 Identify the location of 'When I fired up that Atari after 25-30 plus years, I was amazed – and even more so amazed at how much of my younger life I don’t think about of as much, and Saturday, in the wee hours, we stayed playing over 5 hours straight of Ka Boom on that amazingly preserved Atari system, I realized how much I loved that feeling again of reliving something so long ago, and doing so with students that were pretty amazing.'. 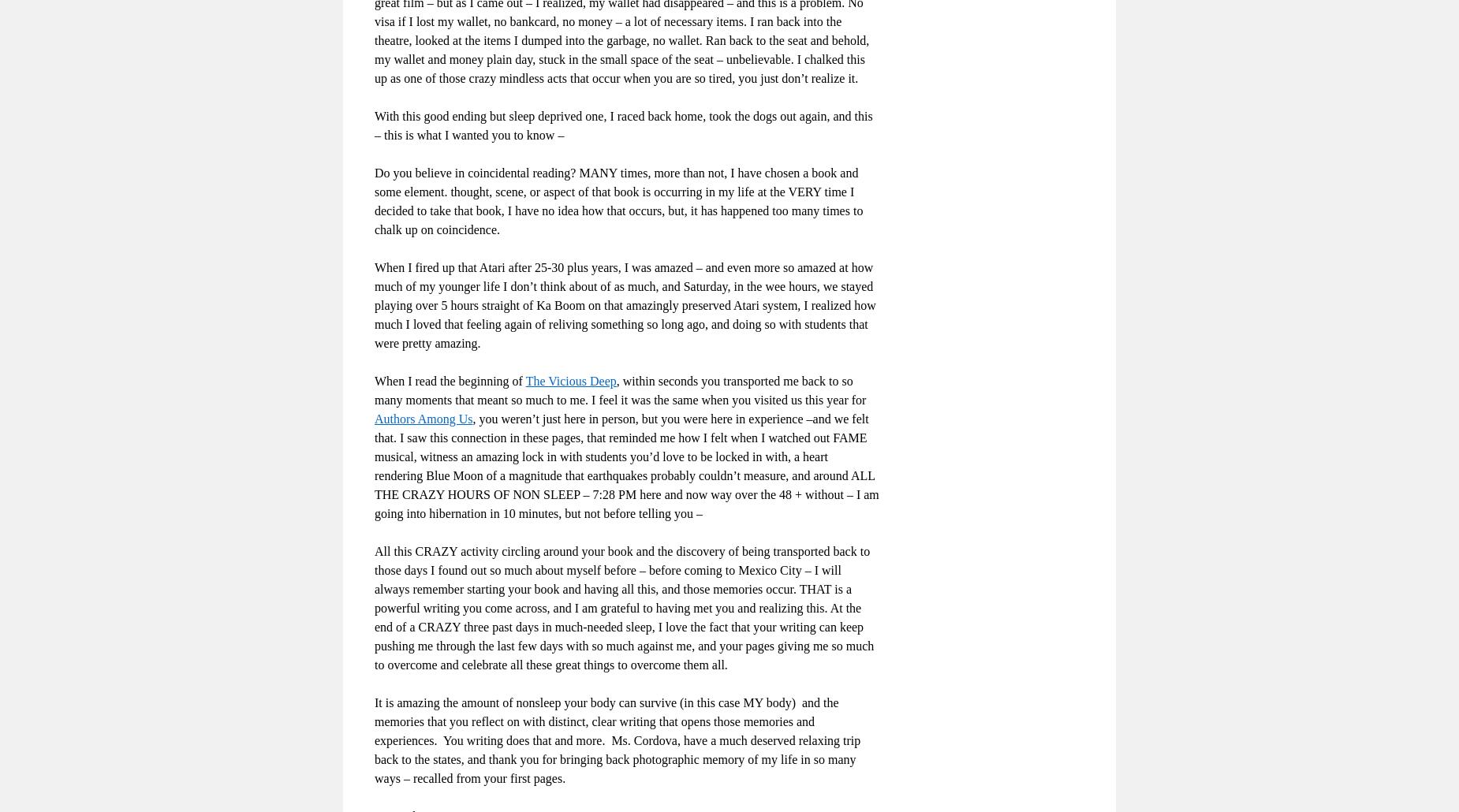
(625, 304).